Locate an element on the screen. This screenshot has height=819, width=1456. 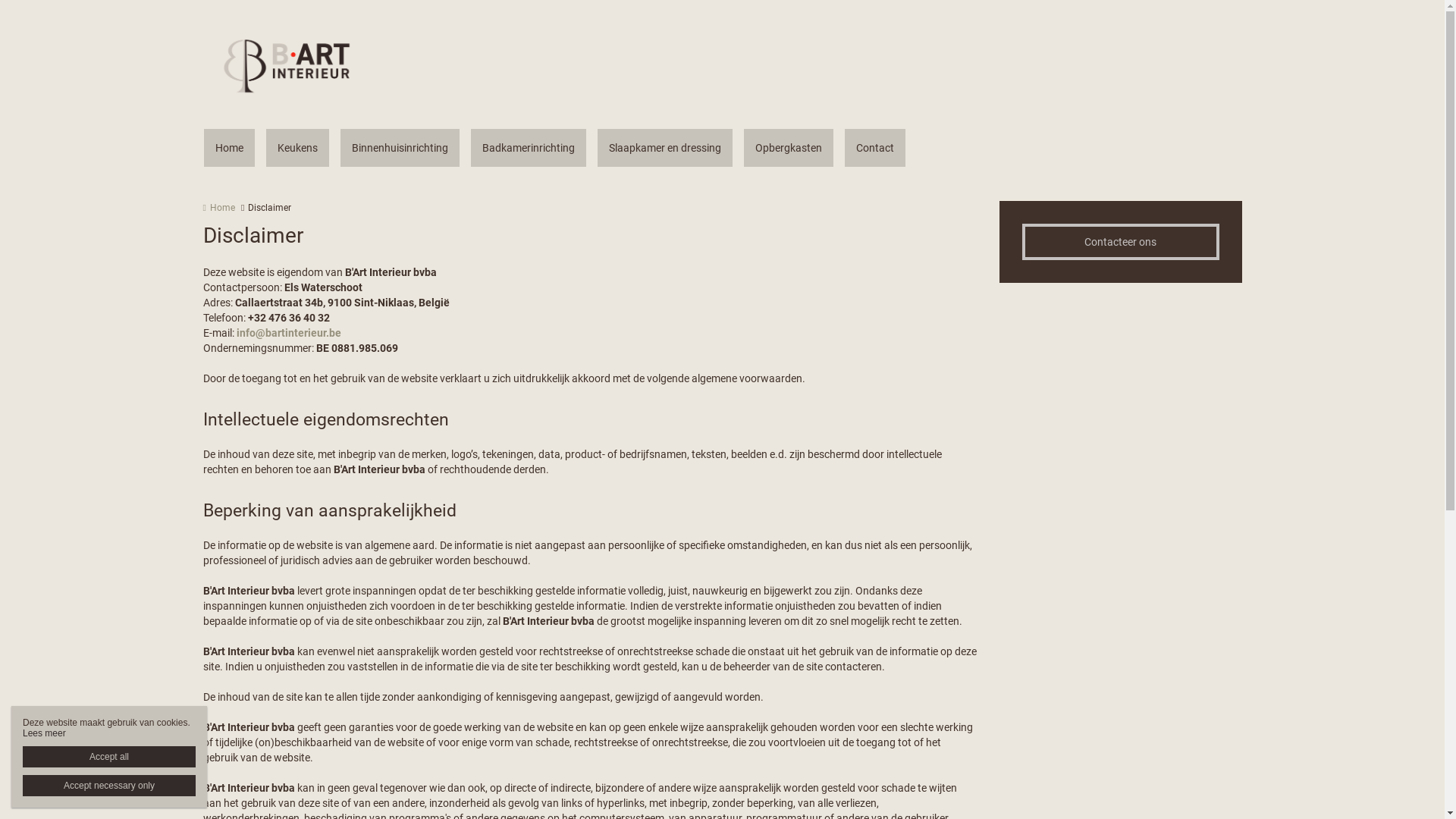
'Opbergkasten' is located at coordinates (787, 148).